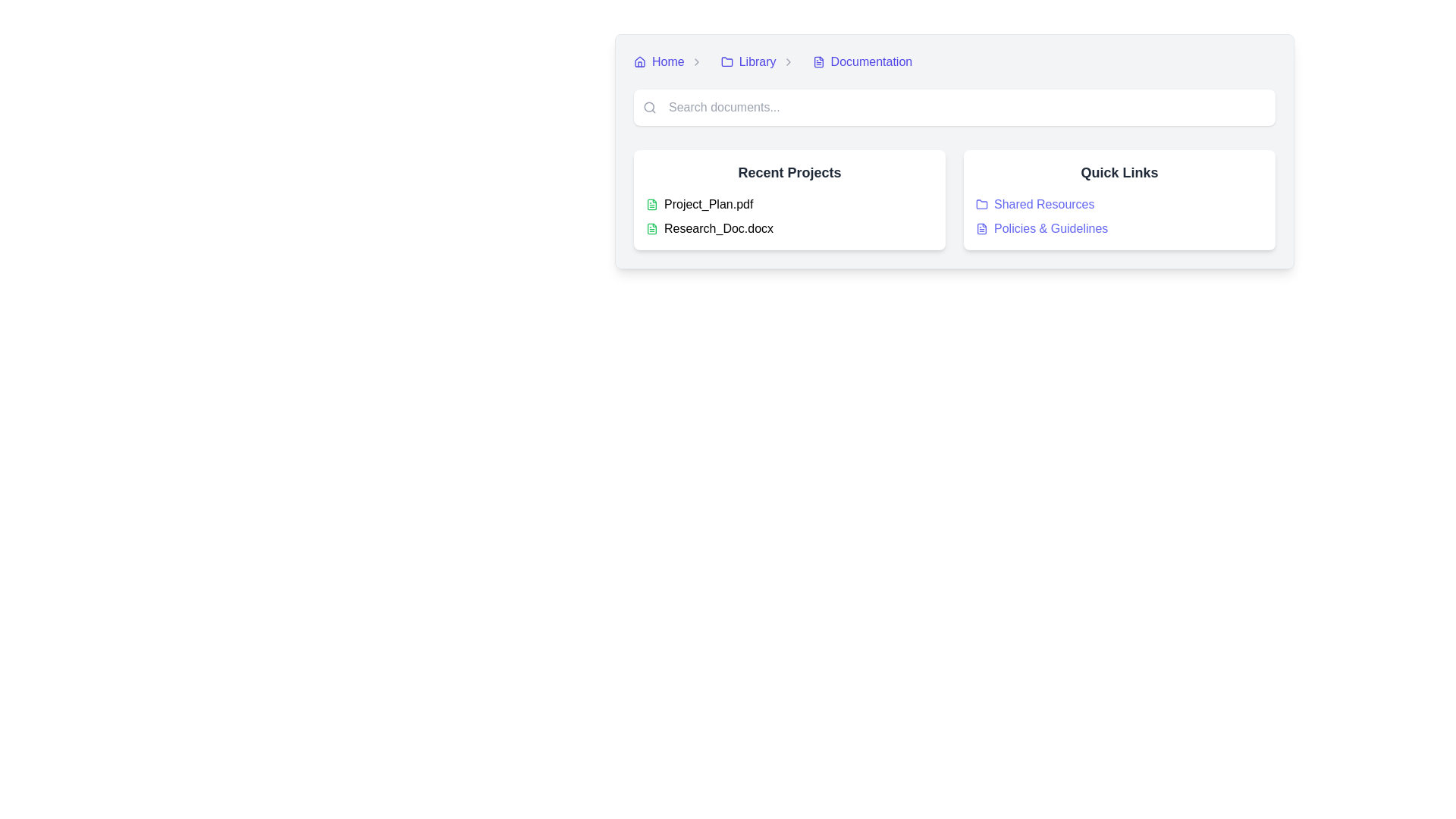  What do you see at coordinates (817, 61) in the screenshot?
I see `the documentation icon located in the navigation toolbar, which is the third icon after 'Home' and 'Library'` at bounding box center [817, 61].